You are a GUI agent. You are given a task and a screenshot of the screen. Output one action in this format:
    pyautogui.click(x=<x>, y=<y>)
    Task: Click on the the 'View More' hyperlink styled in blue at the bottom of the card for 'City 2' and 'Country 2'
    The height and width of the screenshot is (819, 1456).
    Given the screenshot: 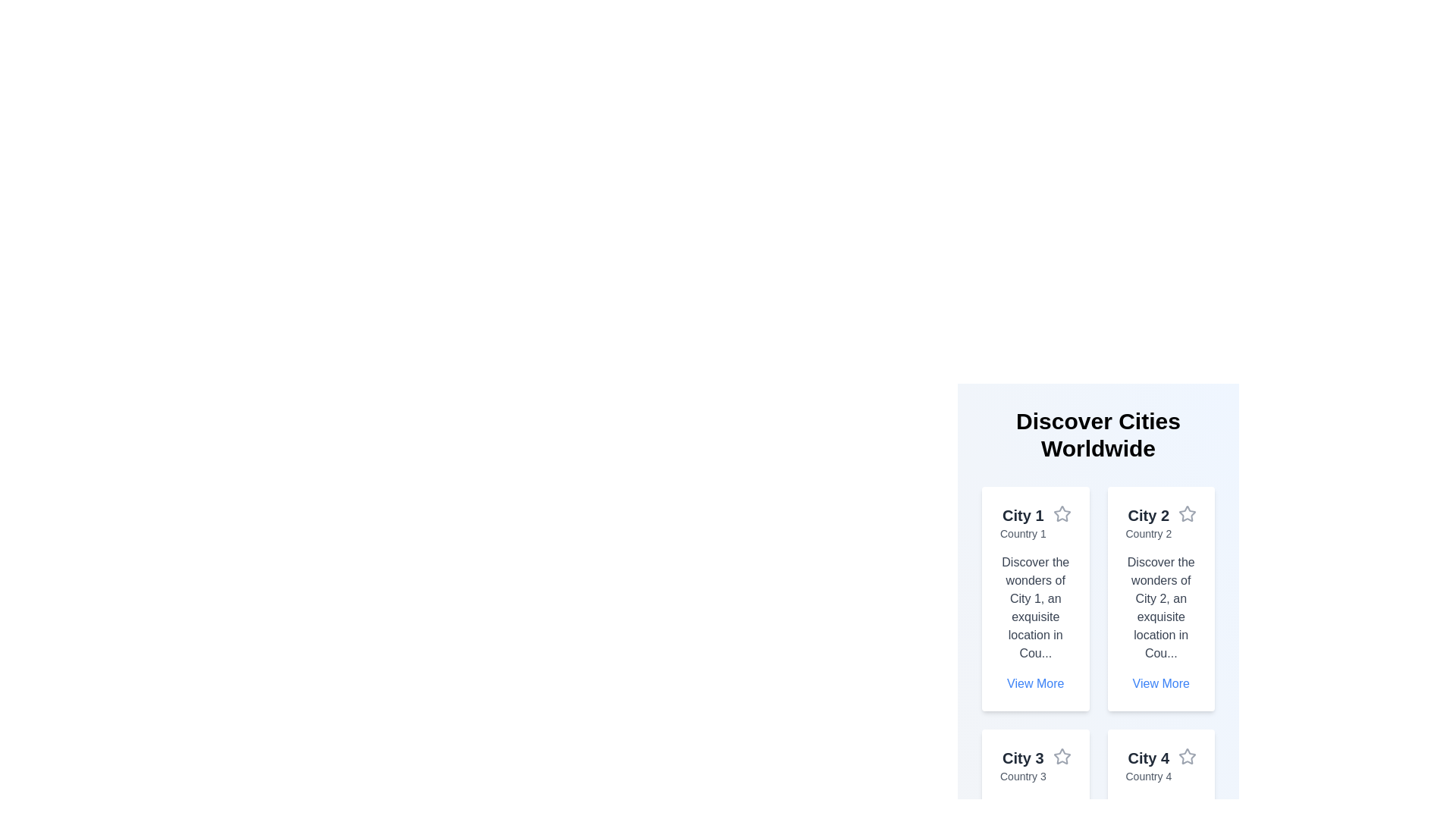 What is the action you would take?
    pyautogui.click(x=1160, y=684)
    